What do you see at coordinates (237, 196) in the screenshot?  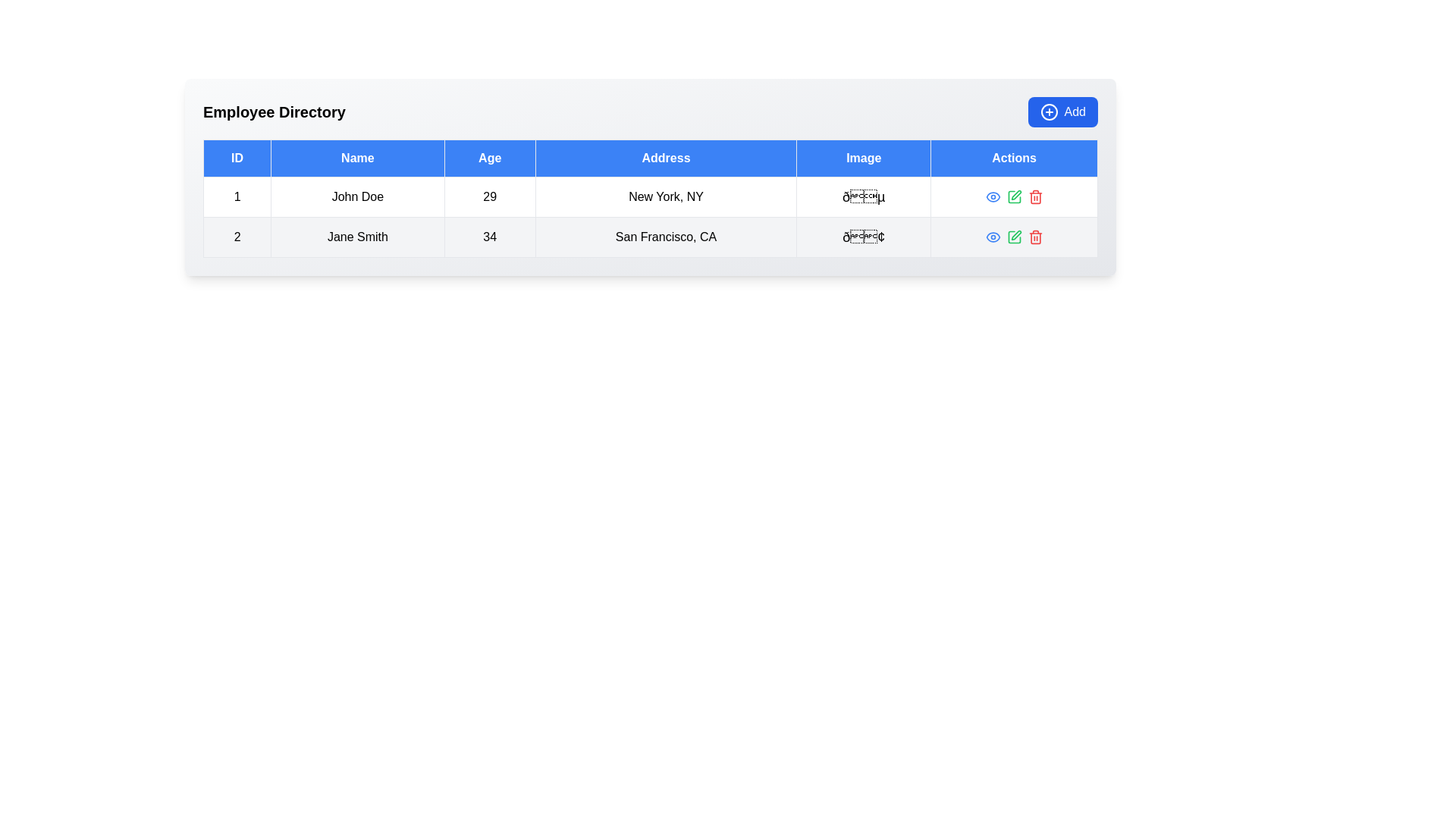 I see `the table cell in the first column of the first row that contains the identifier or serial number, which is located beneath the header labeled 'ID'` at bounding box center [237, 196].